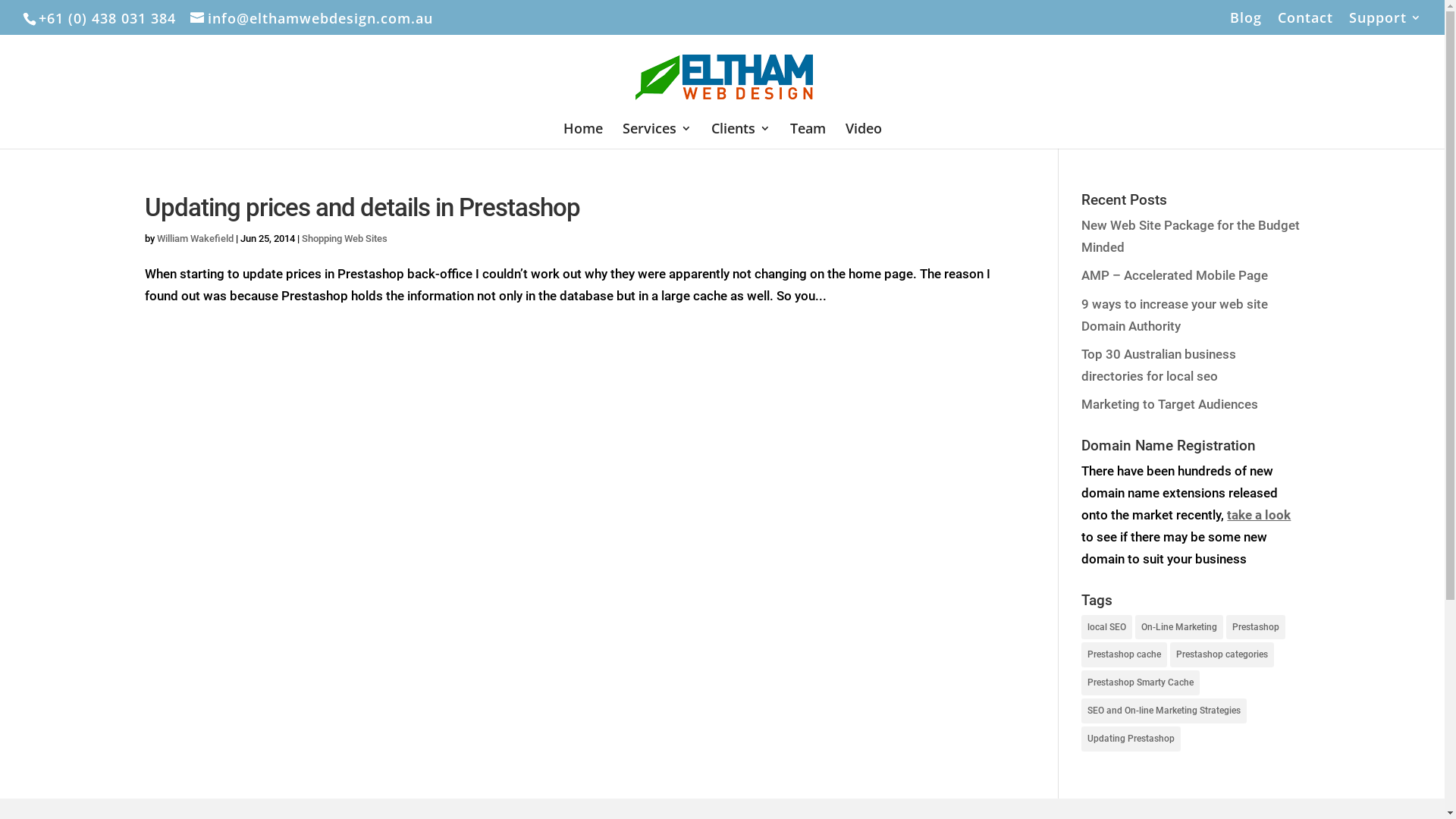 The height and width of the screenshot is (819, 1456). Describe the element at coordinates (1169, 403) in the screenshot. I see `'Marketing to Target Audiences'` at that location.